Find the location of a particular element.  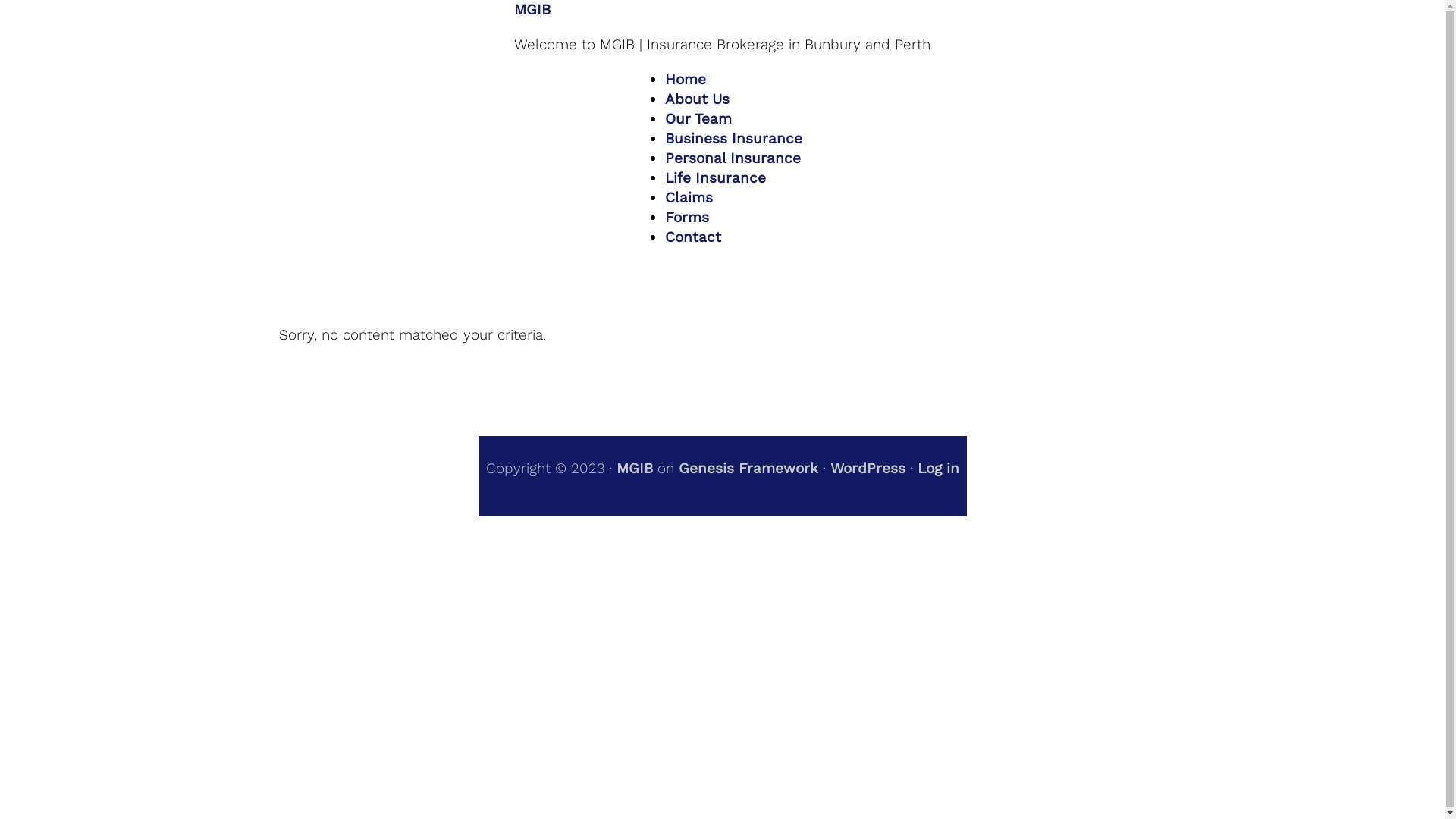

'Claims' is located at coordinates (688, 196).